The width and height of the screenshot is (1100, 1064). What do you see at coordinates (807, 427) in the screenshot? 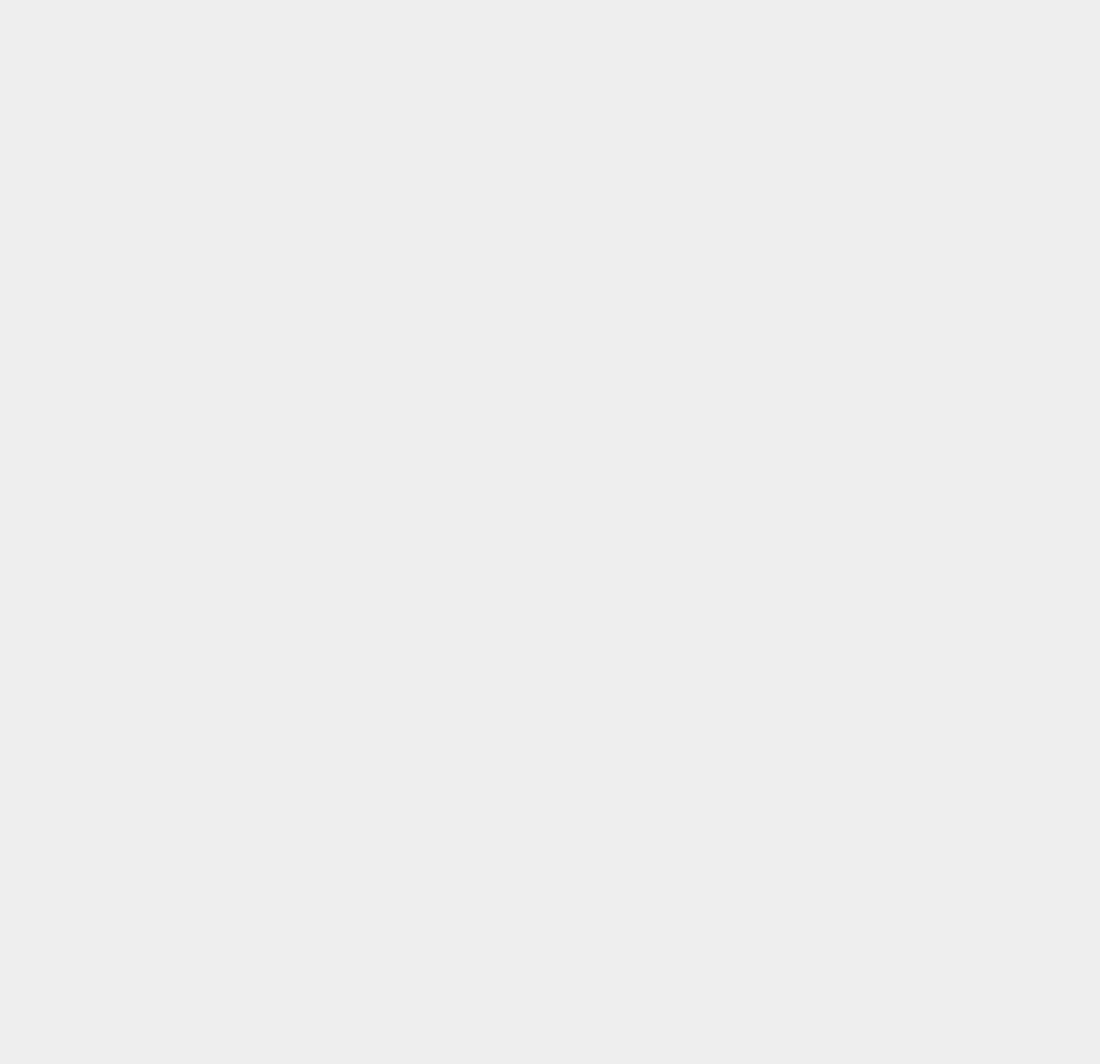
I see `'Android 6'` at bounding box center [807, 427].